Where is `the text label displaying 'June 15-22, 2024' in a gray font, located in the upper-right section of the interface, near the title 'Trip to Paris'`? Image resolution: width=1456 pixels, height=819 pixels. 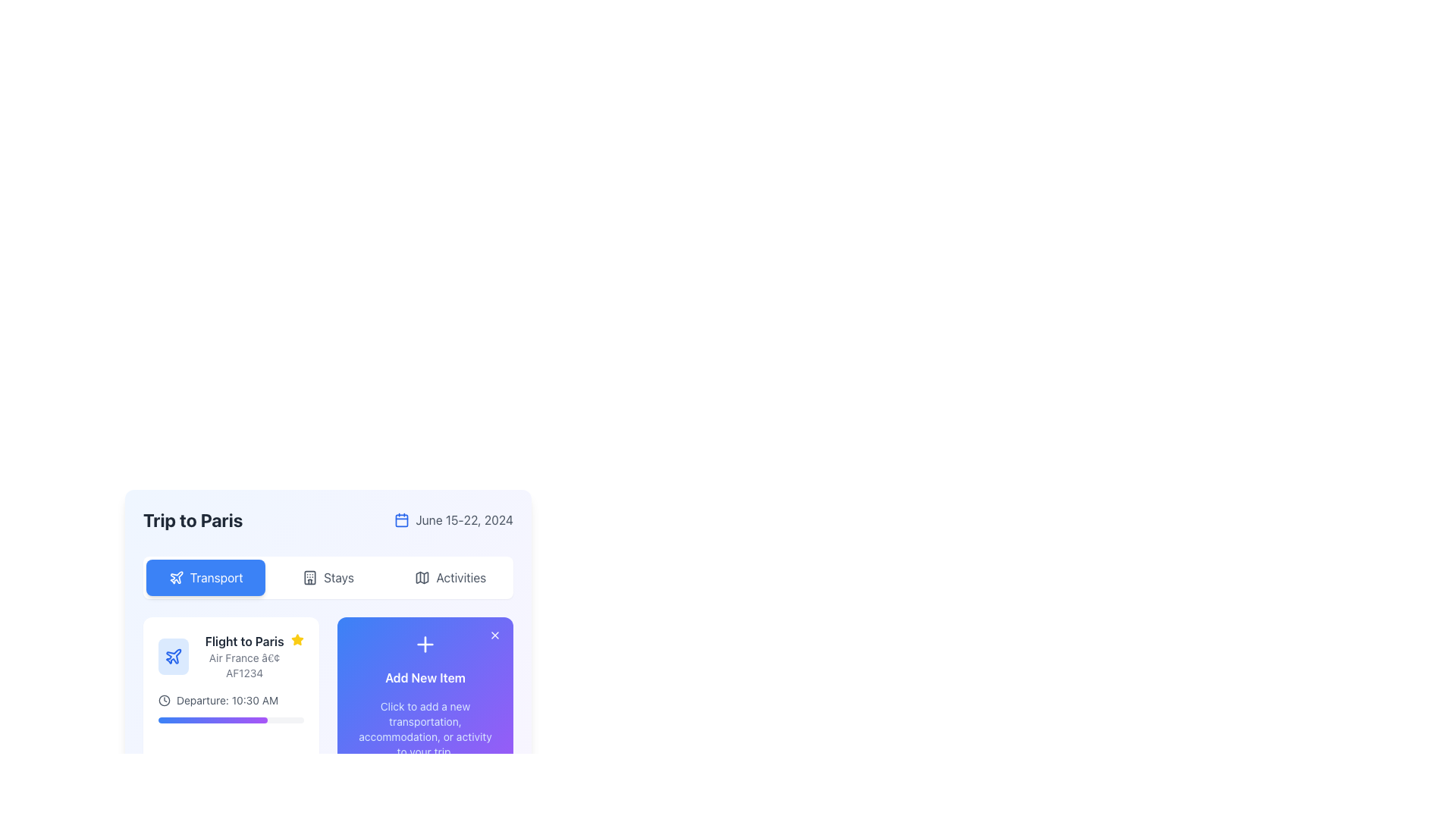 the text label displaying 'June 15-22, 2024' in a gray font, located in the upper-right section of the interface, near the title 'Trip to Paris' is located at coordinates (463, 519).